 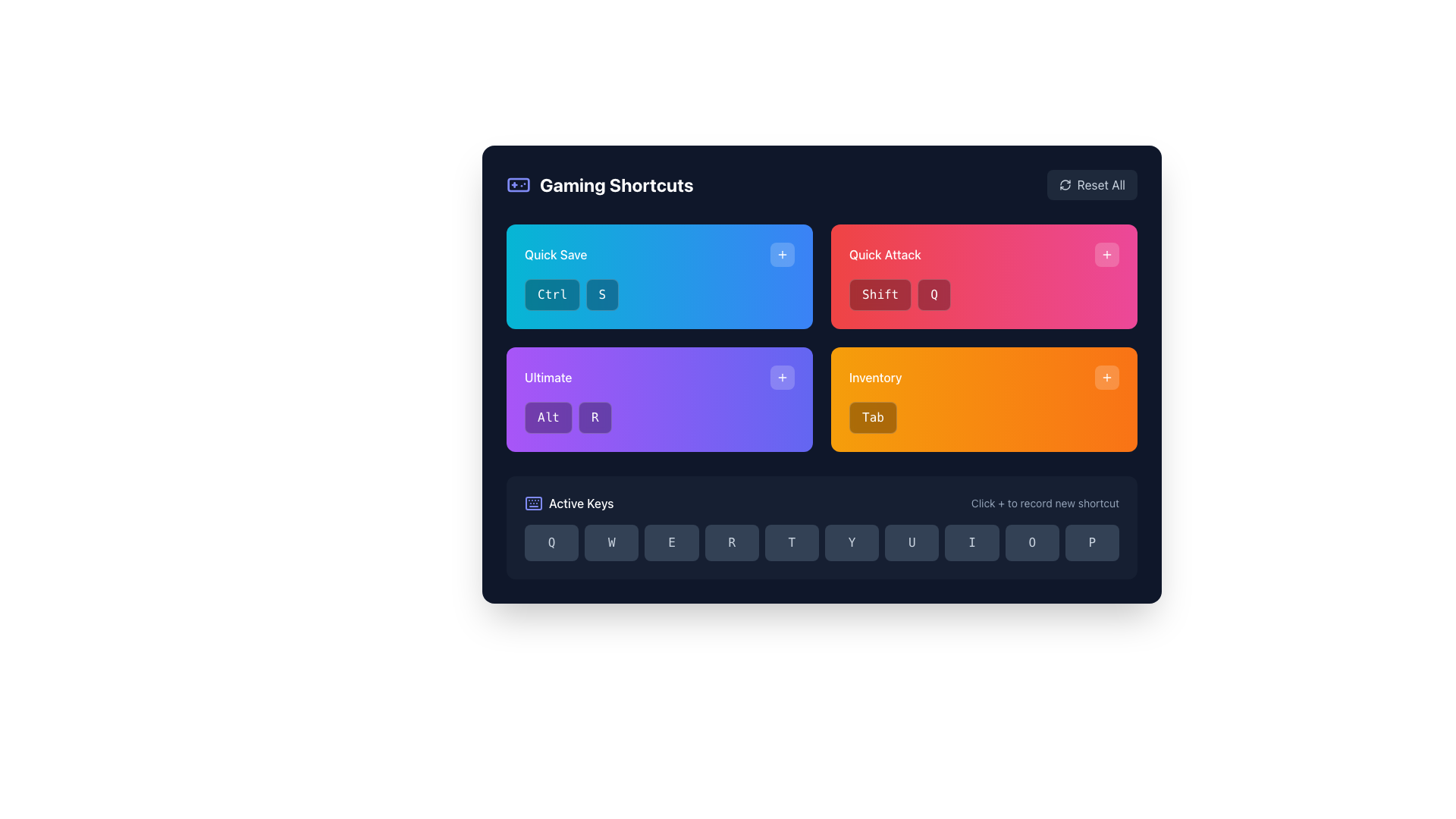 I want to click on title text indicating the section contains gaming shortcuts, located near the top-left corner of the interface, right of the game controller icon, so click(x=617, y=184).